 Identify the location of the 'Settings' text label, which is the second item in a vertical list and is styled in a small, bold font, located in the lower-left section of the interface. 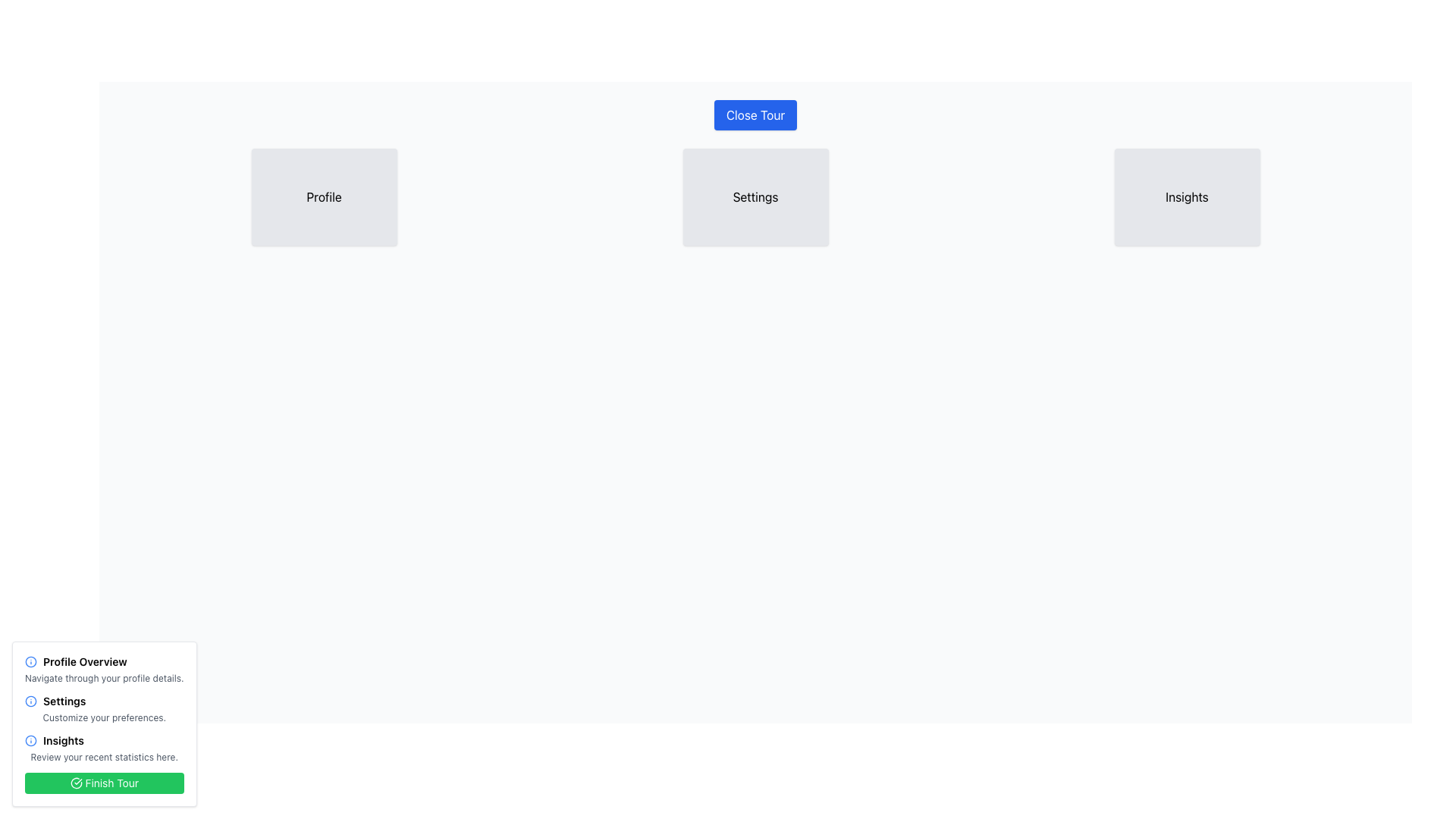
(64, 701).